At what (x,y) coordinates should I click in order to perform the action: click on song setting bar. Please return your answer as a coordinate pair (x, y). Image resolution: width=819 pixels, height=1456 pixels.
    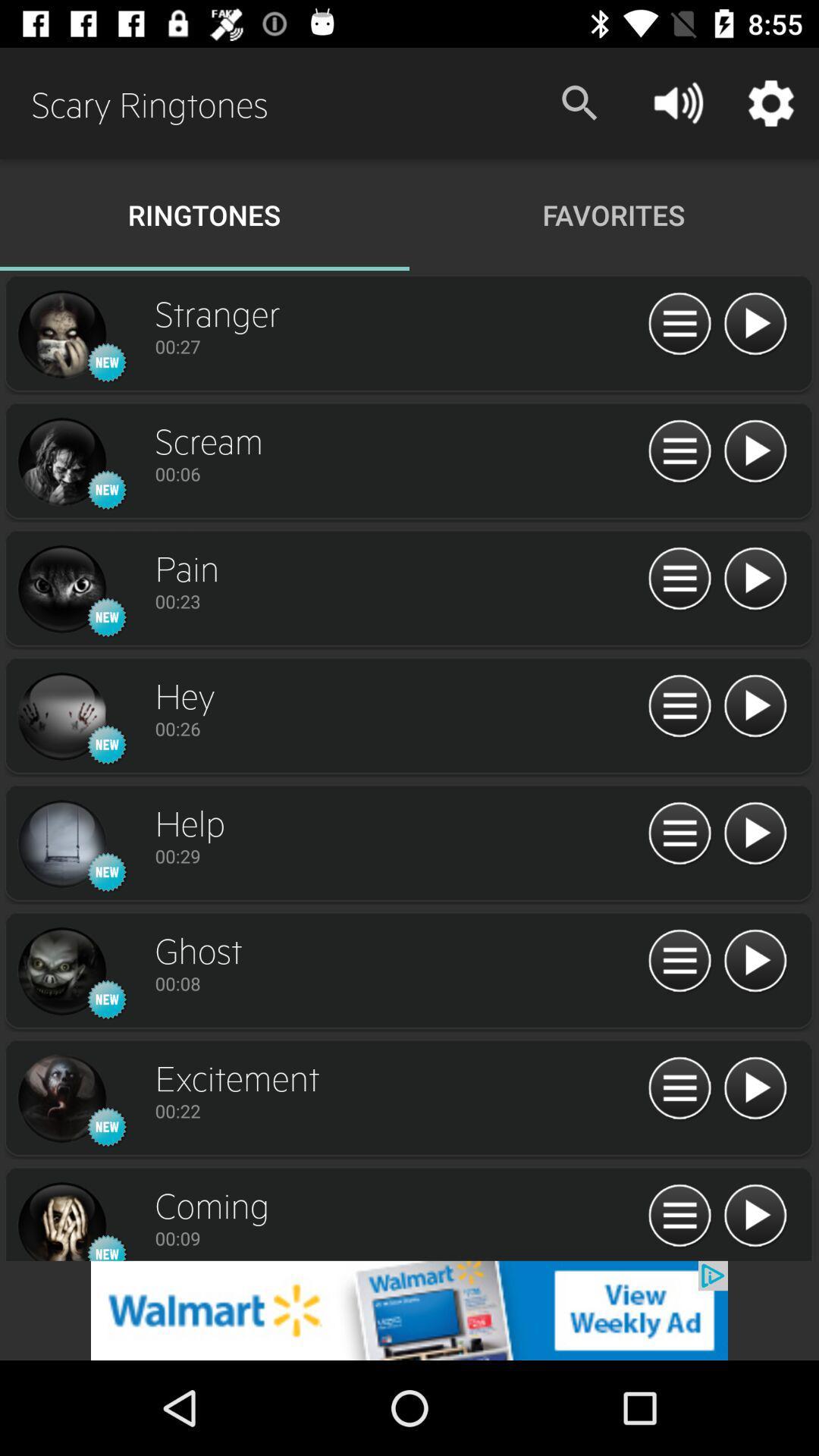
    Looking at the image, I should click on (679, 451).